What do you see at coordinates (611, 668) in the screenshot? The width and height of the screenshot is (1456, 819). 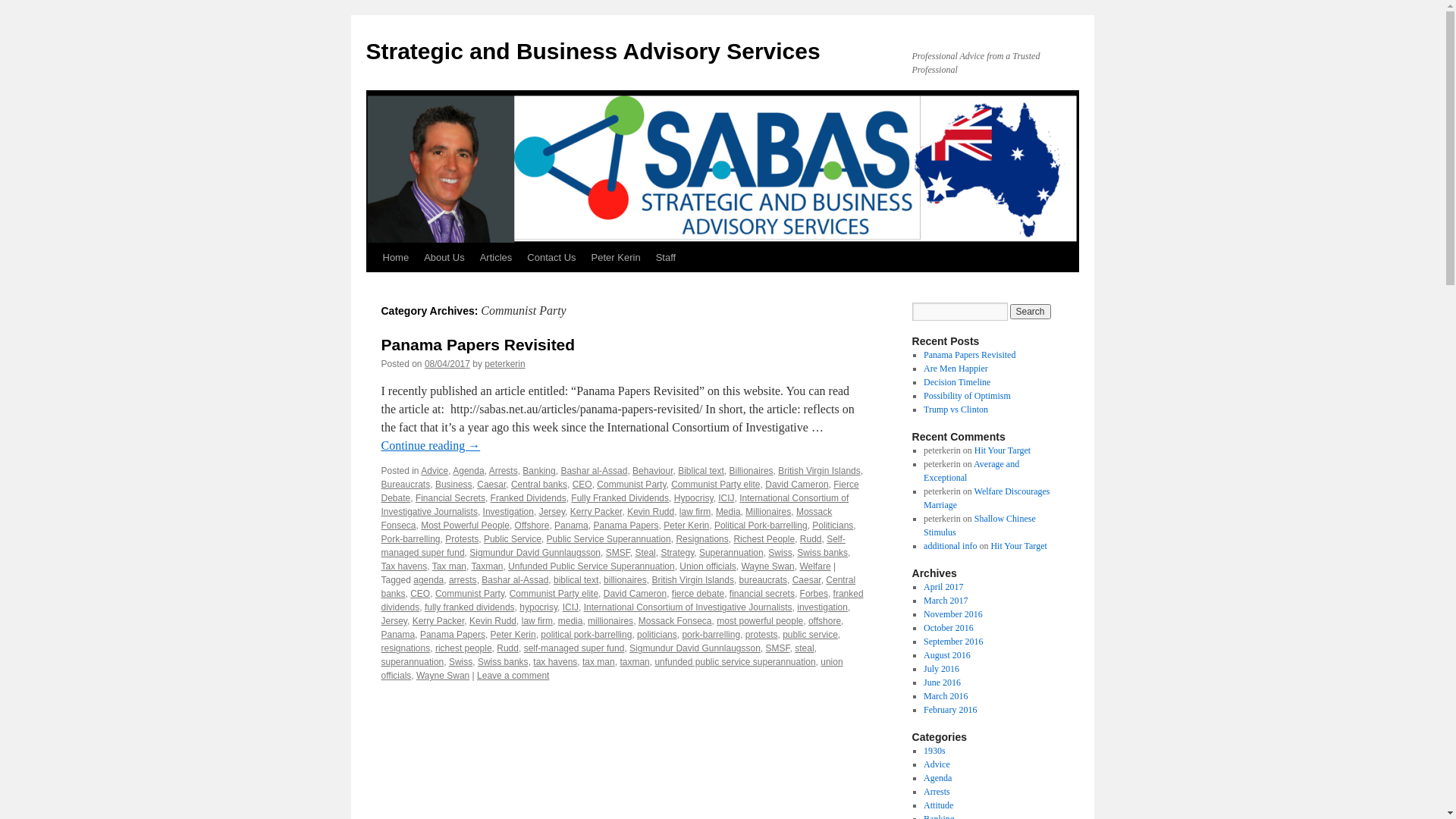 I see `'union officials'` at bounding box center [611, 668].